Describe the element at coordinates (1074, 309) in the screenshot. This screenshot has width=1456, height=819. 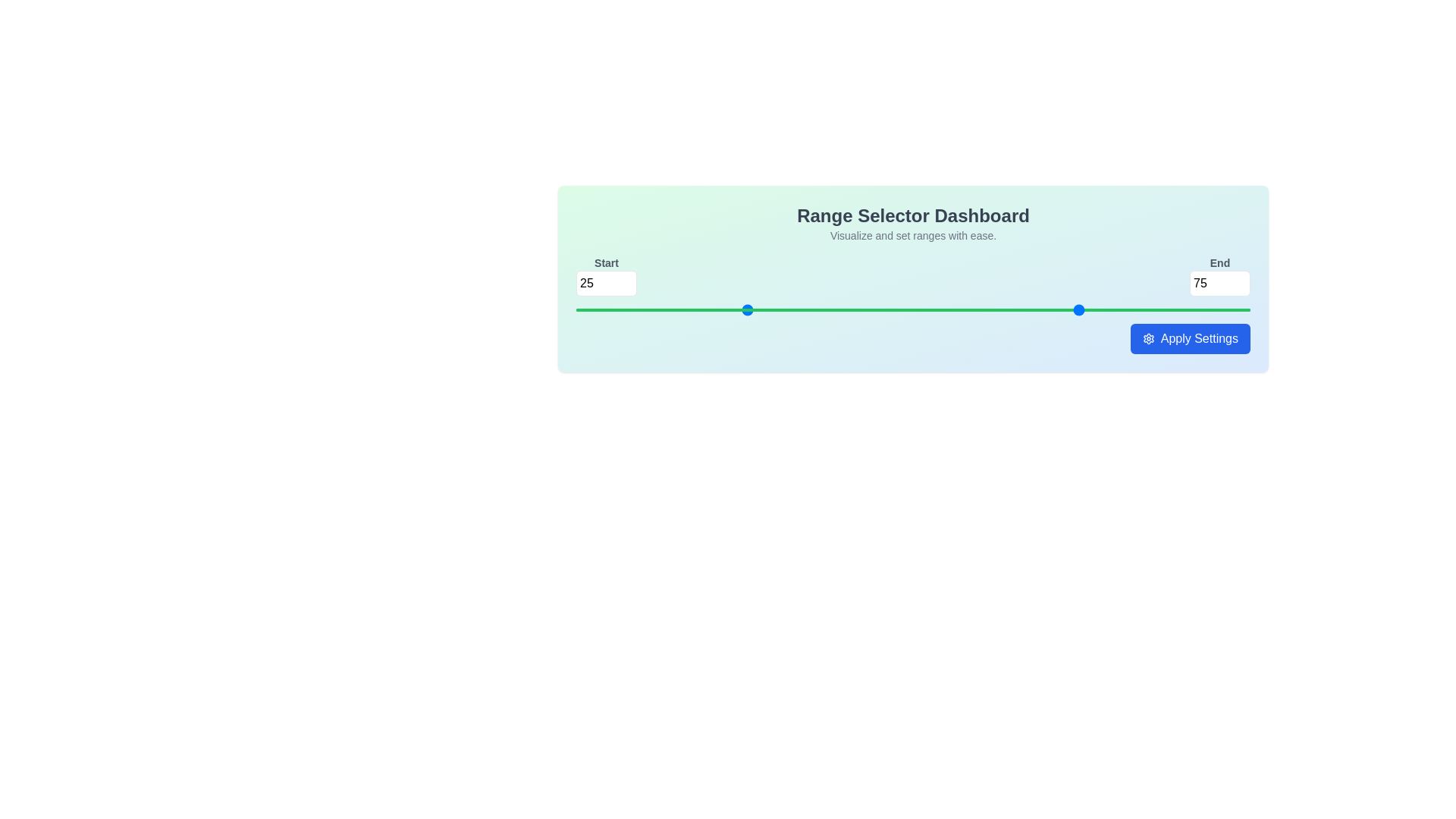
I see `the slider` at that location.